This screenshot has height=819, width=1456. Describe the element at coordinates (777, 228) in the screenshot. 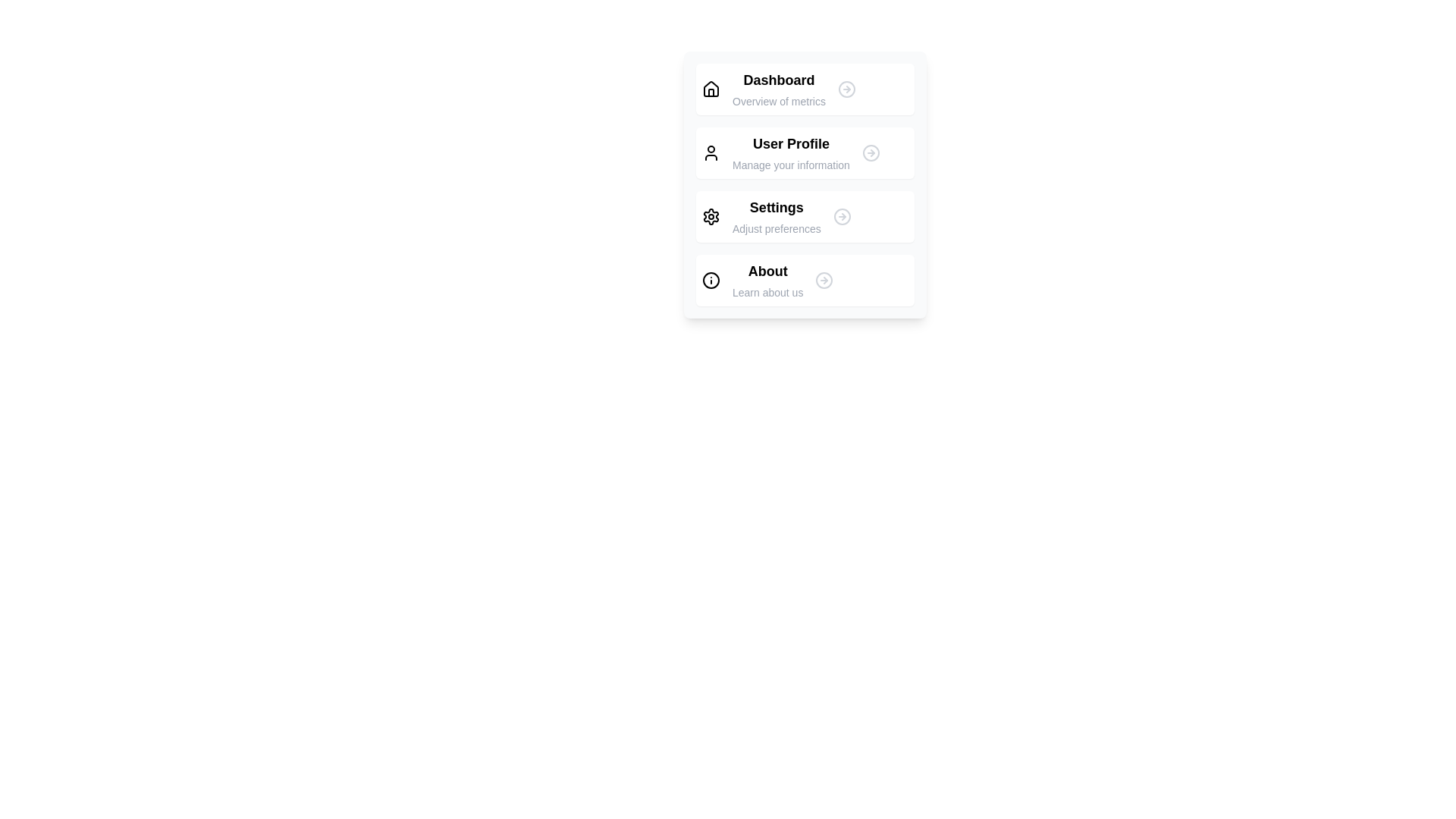

I see `the text label displaying 'Adjust preferences' located beneath the 'Settings' title in the vertical menu structure` at that location.